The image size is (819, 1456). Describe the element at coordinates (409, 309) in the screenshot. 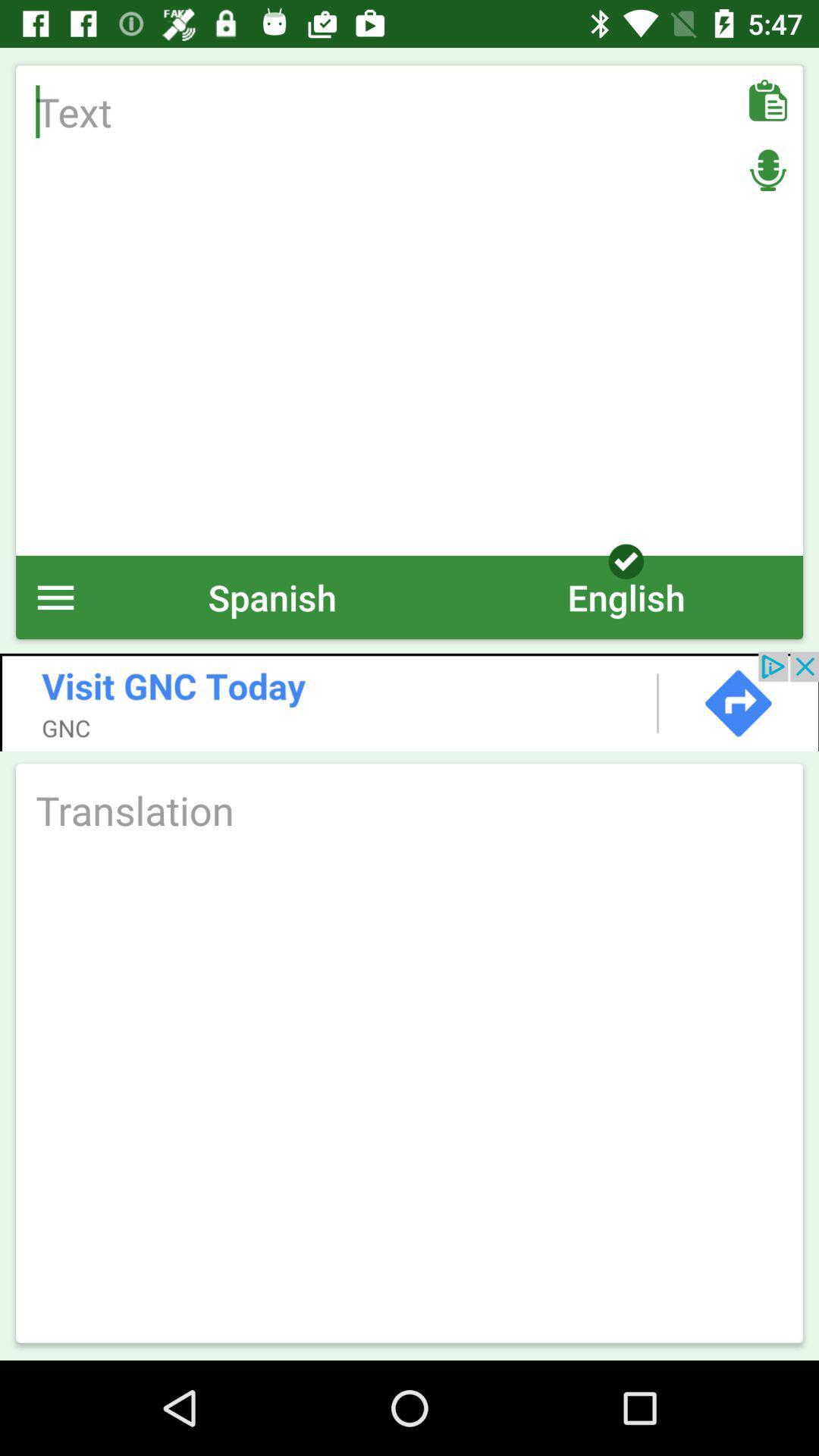

I see `type text` at that location.